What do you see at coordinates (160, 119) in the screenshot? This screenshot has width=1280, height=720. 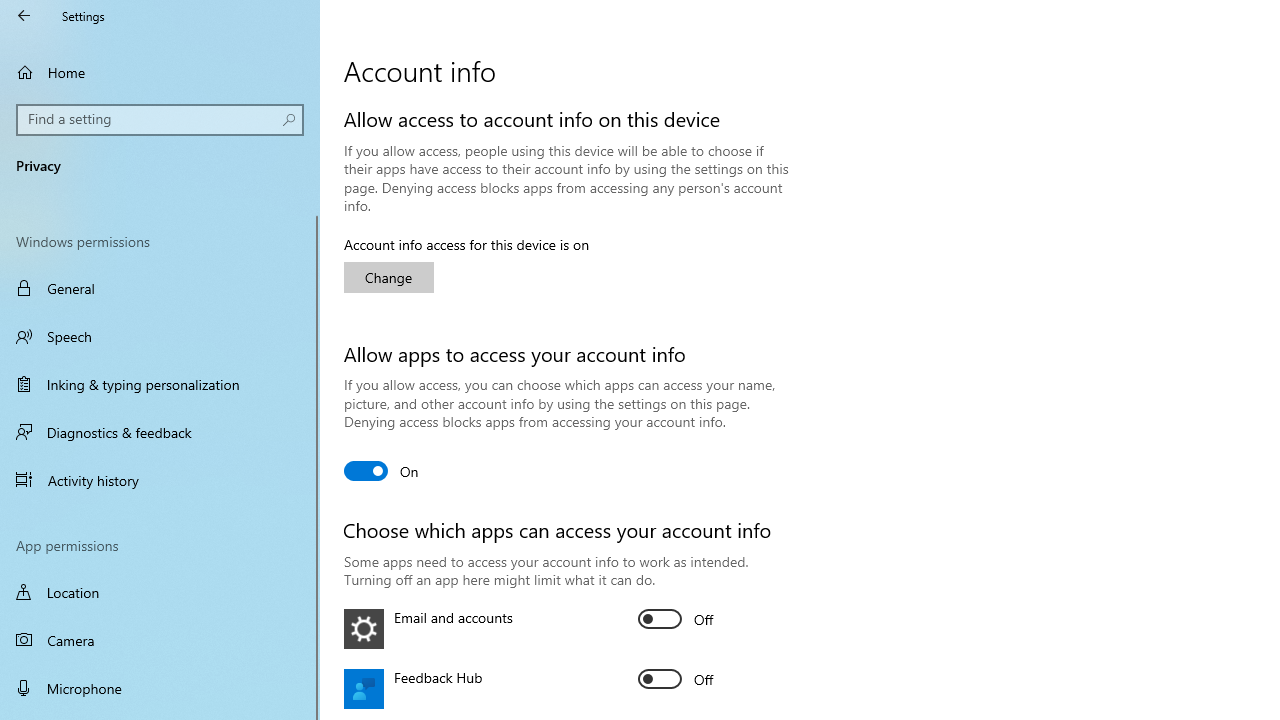 I see `'Search box, Find a setting'` at bounding box center [160, 119].